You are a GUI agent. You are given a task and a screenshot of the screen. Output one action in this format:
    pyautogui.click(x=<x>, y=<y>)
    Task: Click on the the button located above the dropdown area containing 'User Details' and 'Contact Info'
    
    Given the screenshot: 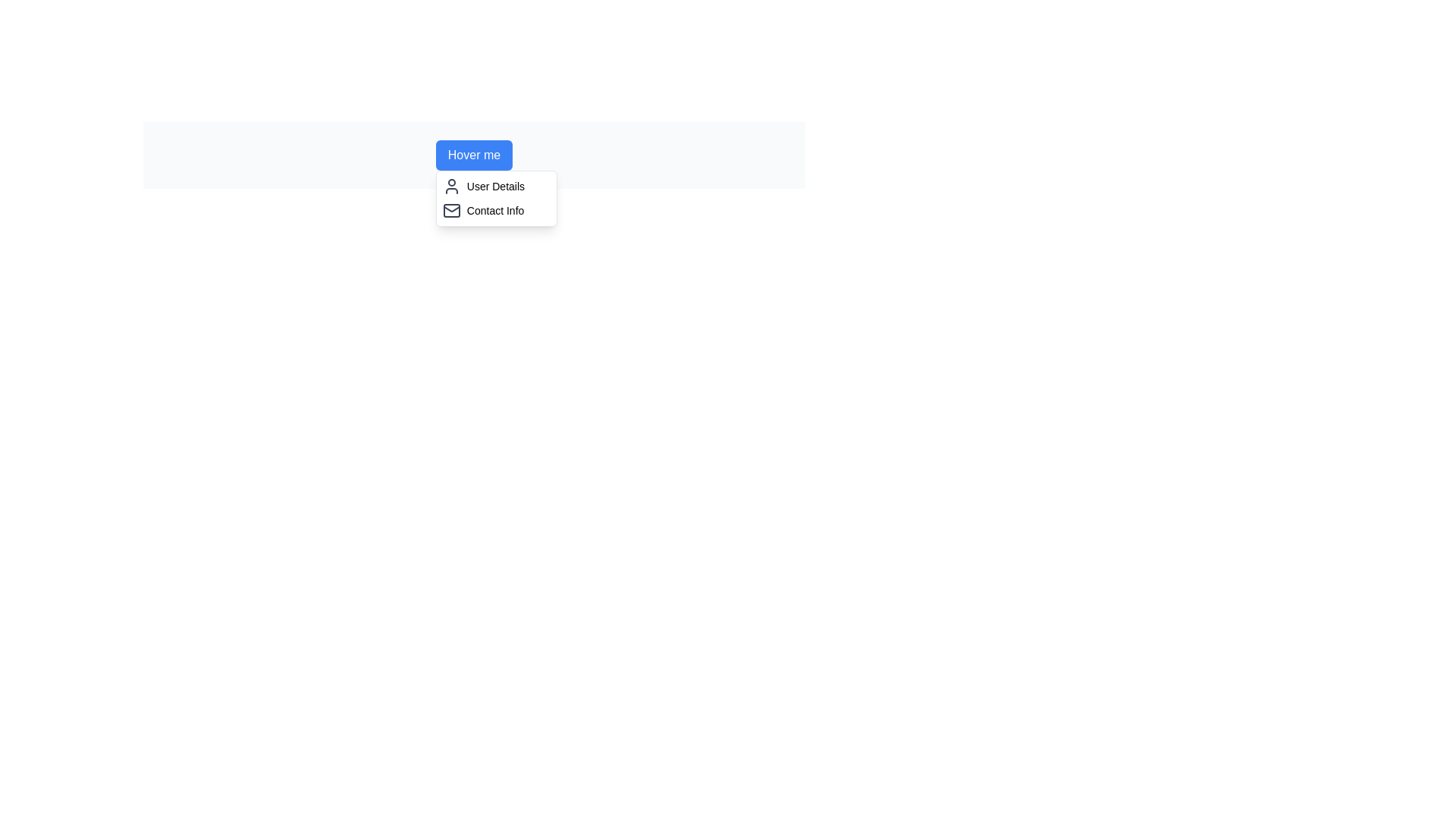 What is the action you would take?
    pyautogui.click(x=473, y=155)
    